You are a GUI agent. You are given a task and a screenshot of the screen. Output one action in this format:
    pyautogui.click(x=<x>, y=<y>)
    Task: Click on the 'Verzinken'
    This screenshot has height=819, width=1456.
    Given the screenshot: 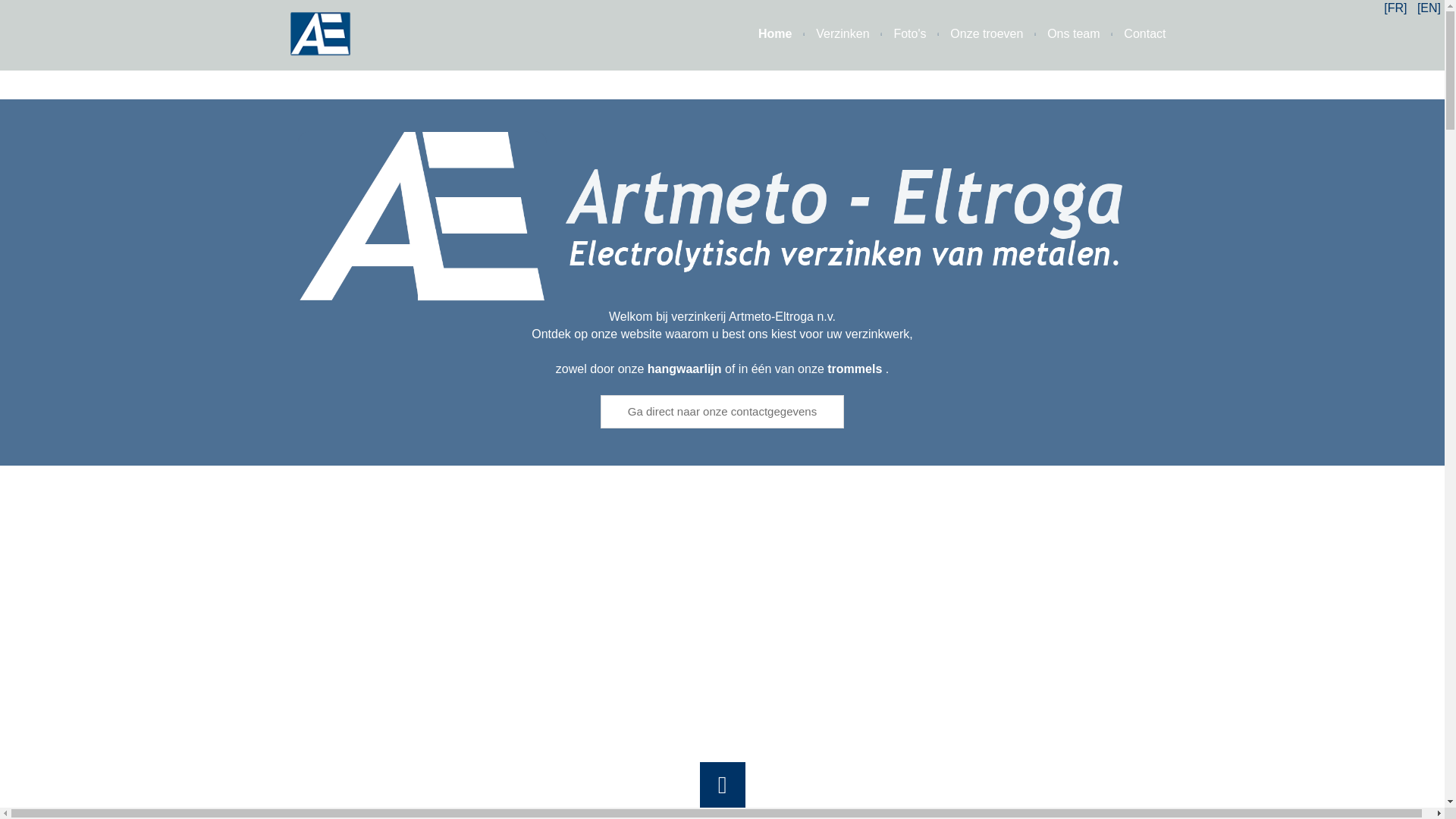 What is the action you would take?
    pyautogui.click(x=829, y=34)
    